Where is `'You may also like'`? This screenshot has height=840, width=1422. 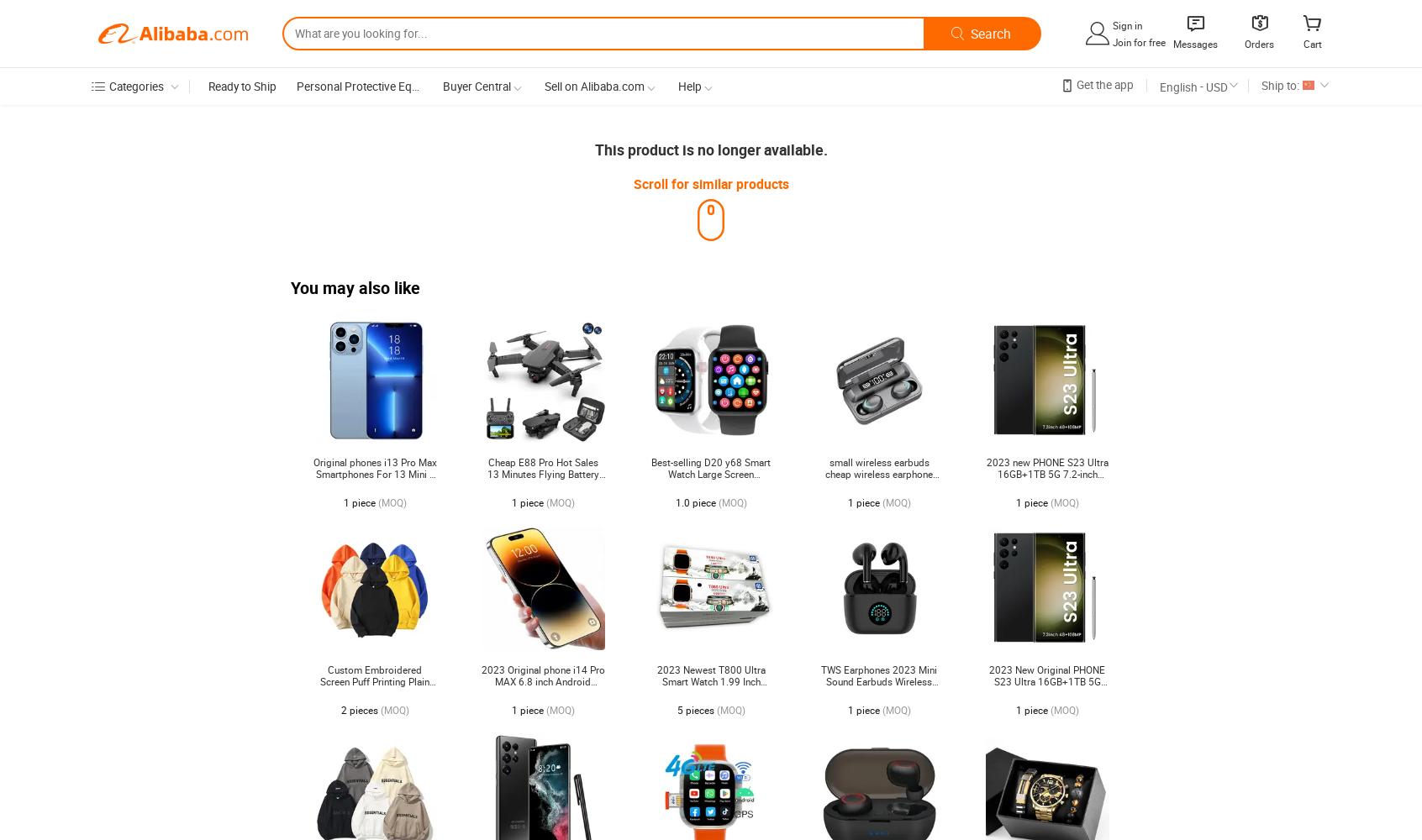
'You may also like' is located at coordinates (355, 287).